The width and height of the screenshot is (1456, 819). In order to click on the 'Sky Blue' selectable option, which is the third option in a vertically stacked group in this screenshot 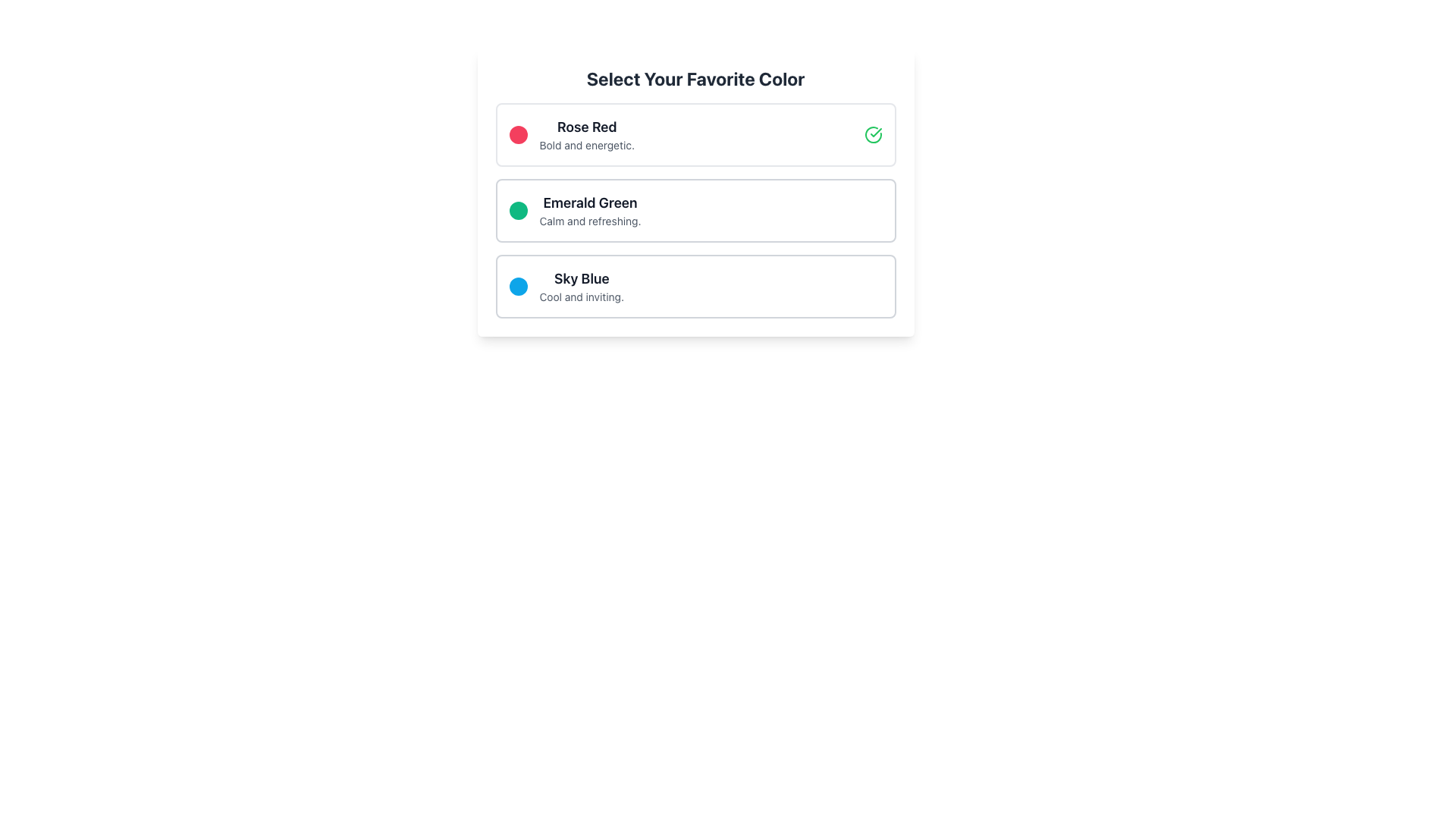, I will do `click(695, 287)`.